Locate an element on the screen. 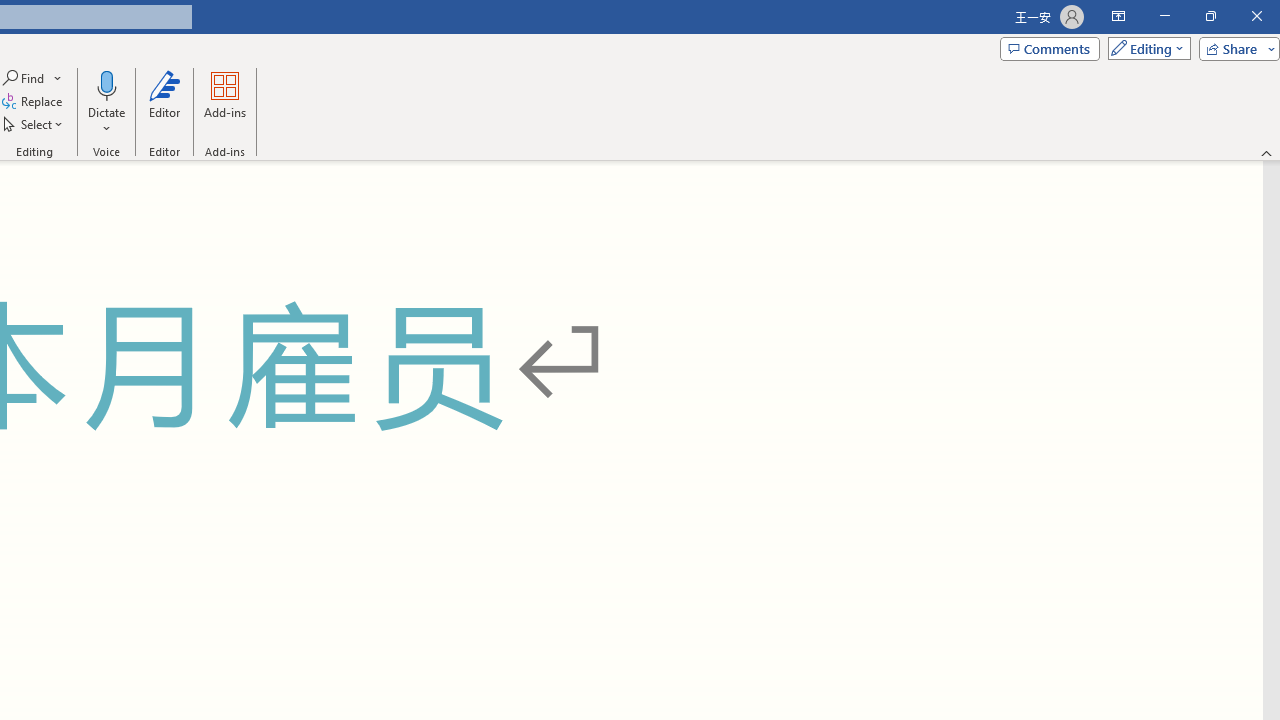 The image size is (1280, 720). 'Editing' is located at coordinates (1144, 47).